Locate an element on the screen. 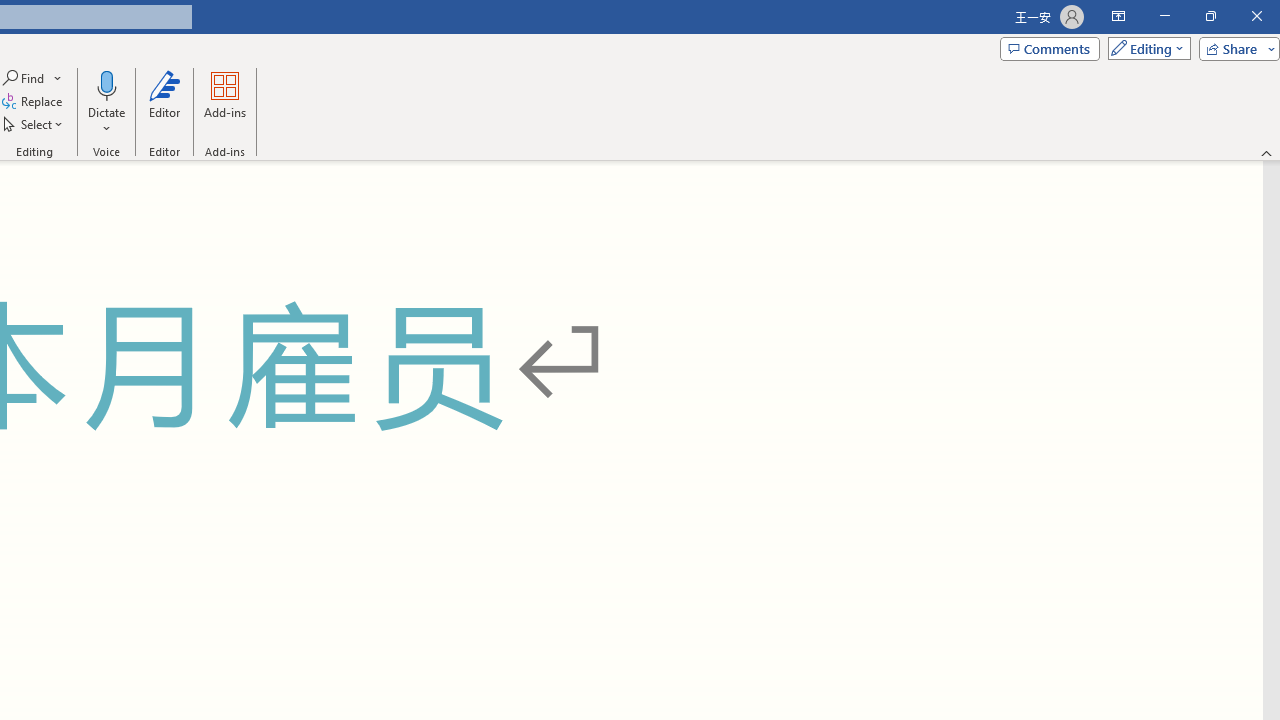 The image size is (1280, 720). 'Editing' is located at coordinates (1144, 47).